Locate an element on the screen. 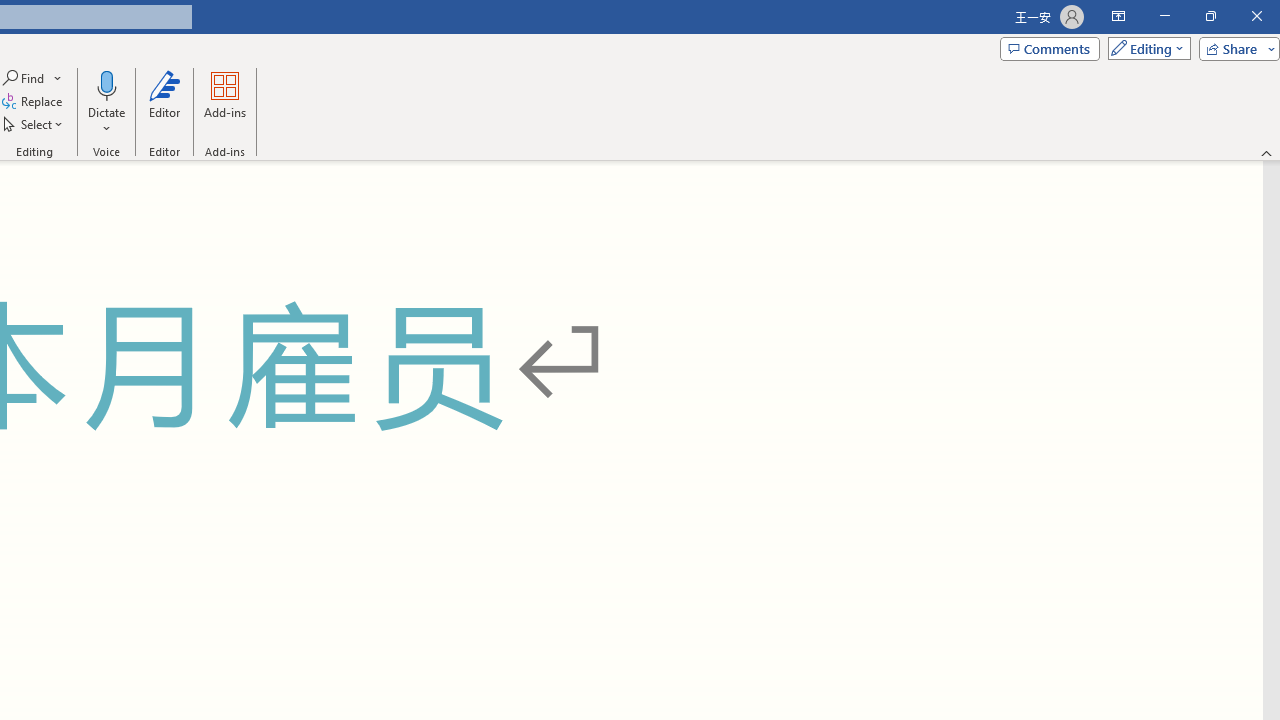 The image size is (1280, 720). 'Editing' is located at coordinates (1144, 47).